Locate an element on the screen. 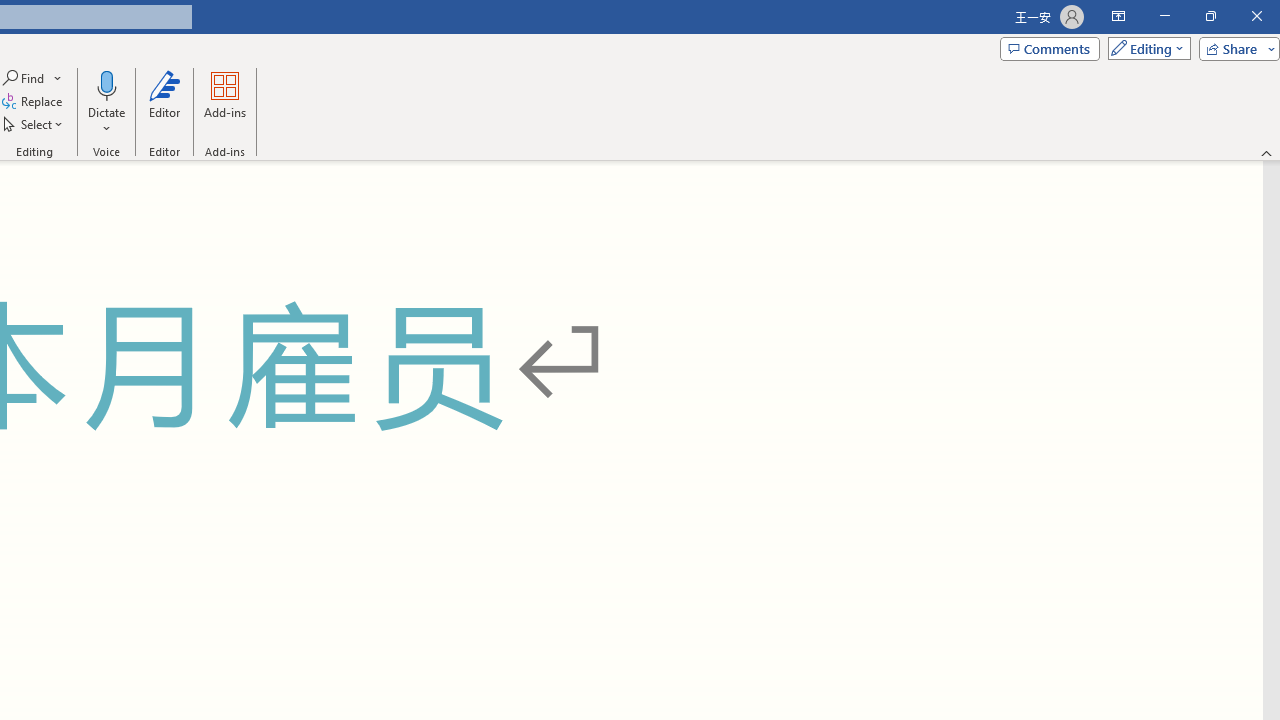 The image size is (1280, 720). 'Editing' is located at coordinates (1144, 47).